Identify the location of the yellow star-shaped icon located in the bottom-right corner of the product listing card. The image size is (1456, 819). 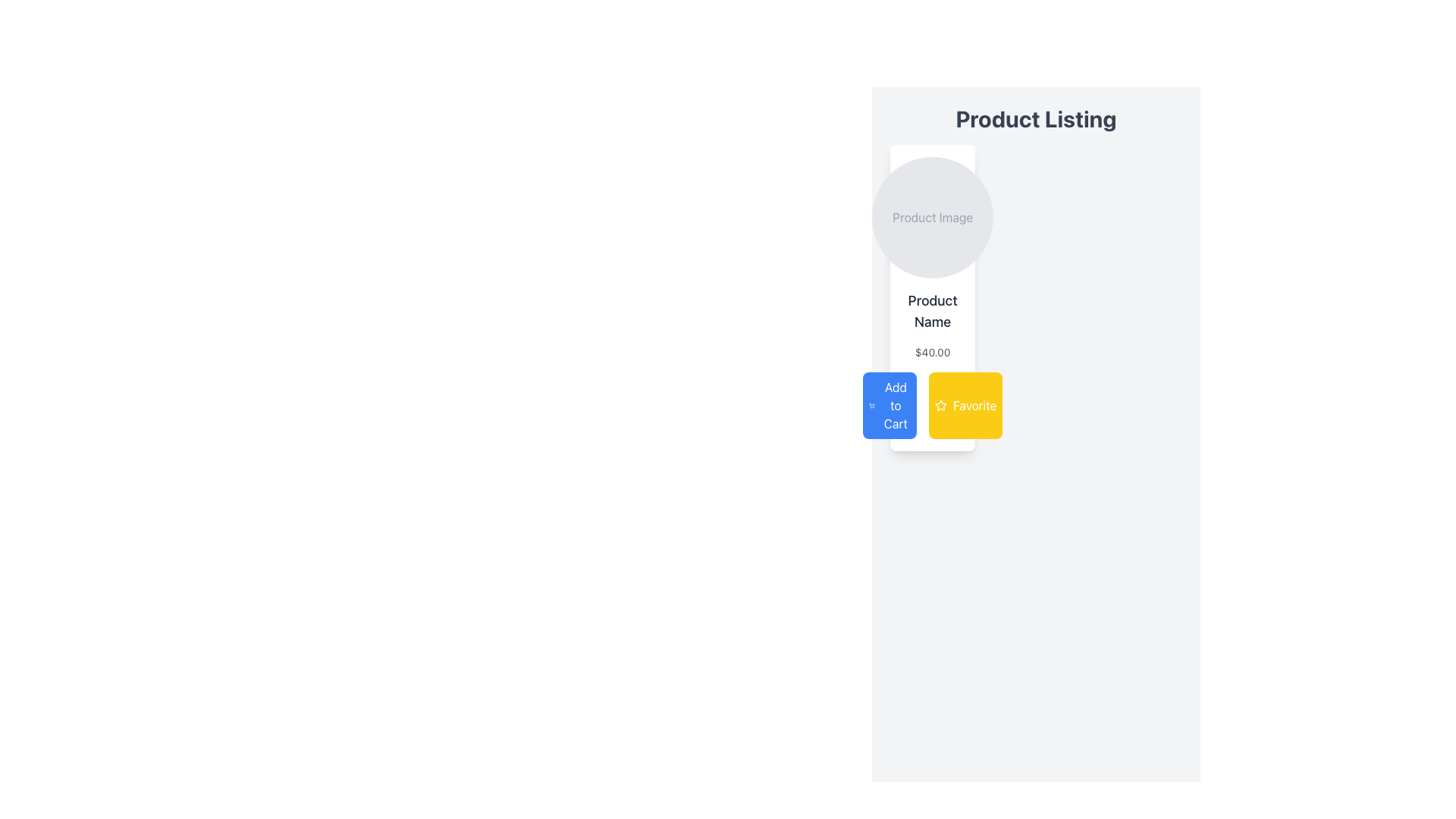
(940, 404).